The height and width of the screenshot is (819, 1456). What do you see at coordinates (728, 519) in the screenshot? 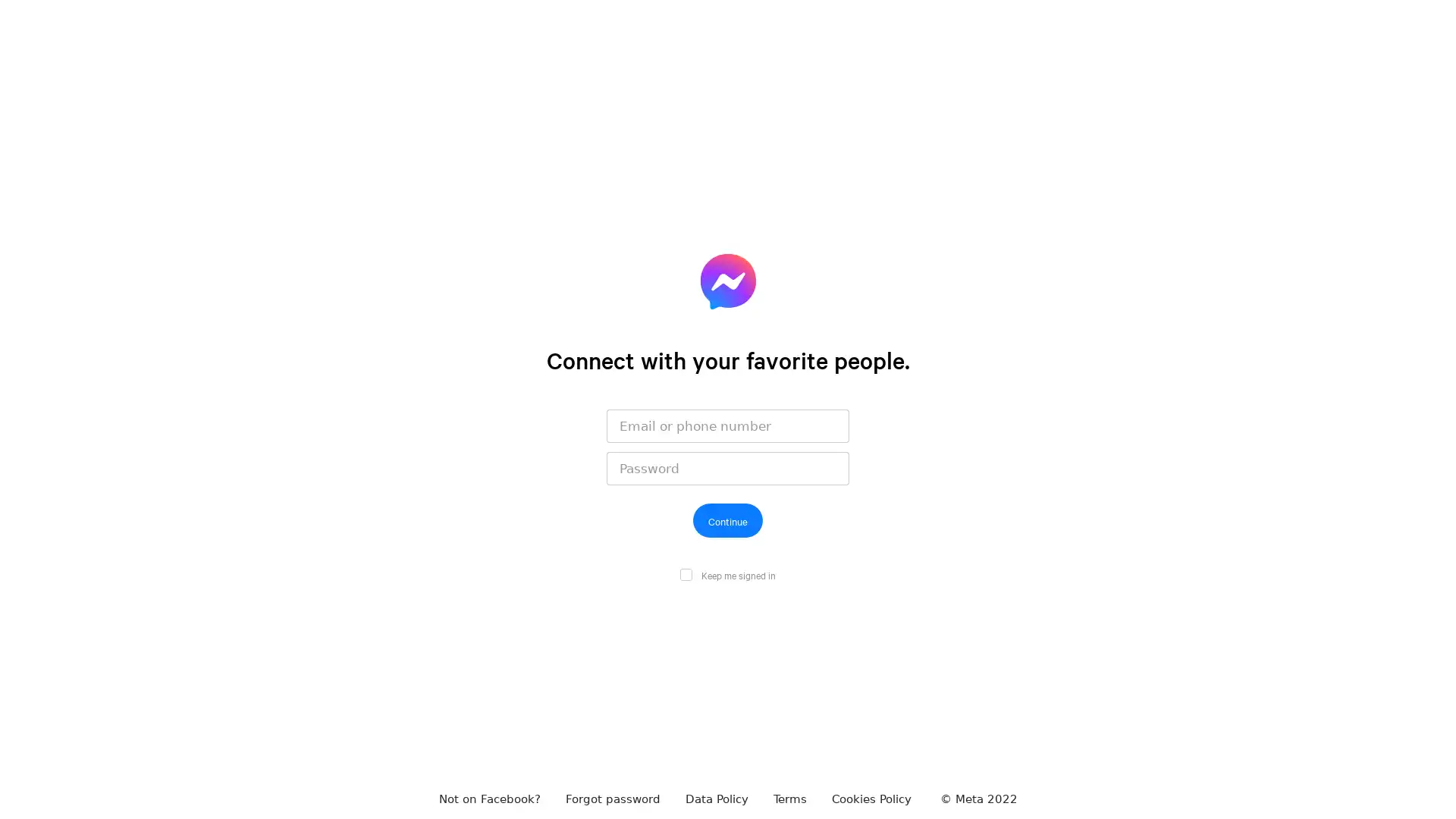
I see `Continue` at bounding box center [728, 519].